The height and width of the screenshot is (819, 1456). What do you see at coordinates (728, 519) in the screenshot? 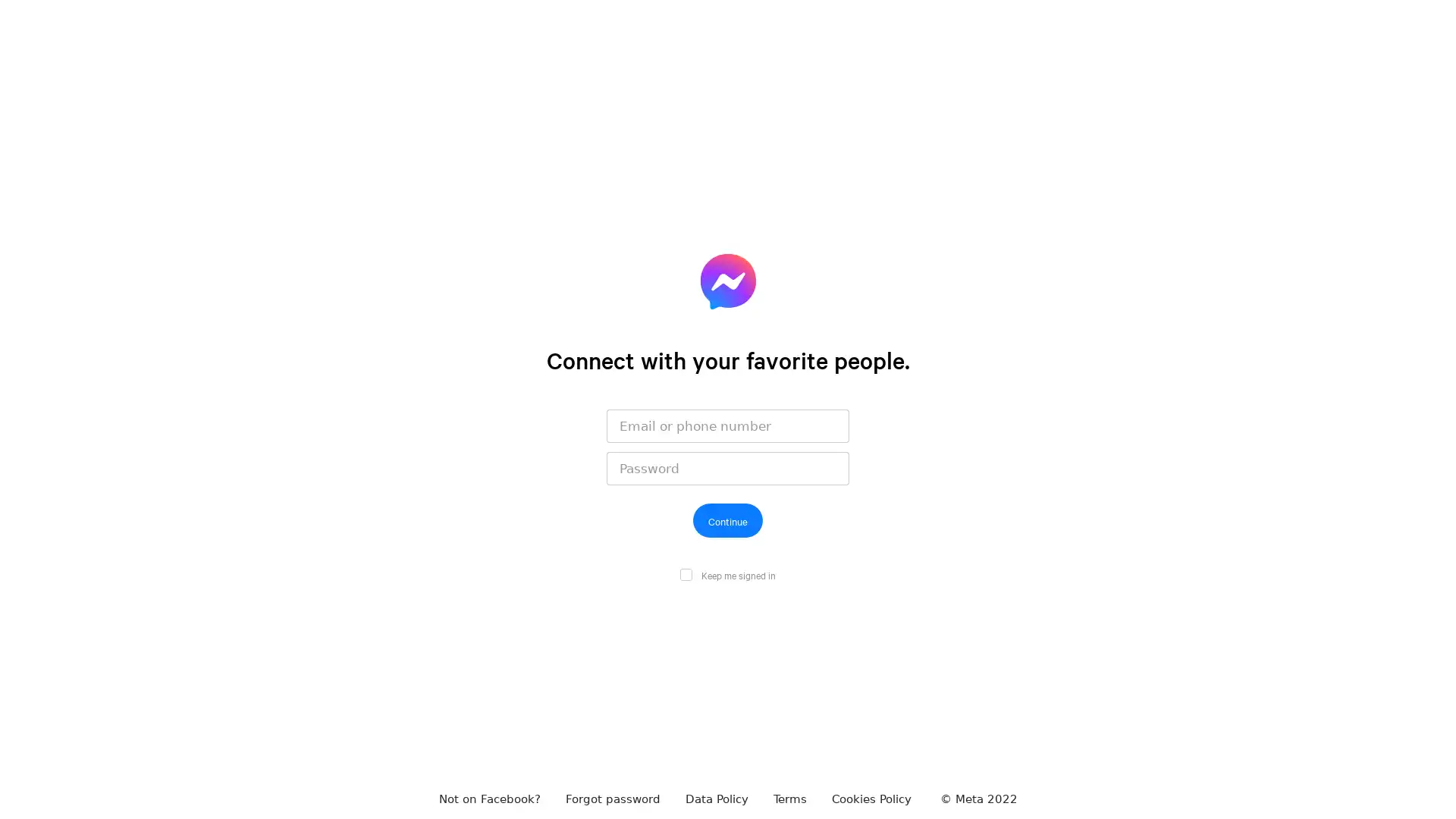
I see `Continue` at bounding box center [728, 519].